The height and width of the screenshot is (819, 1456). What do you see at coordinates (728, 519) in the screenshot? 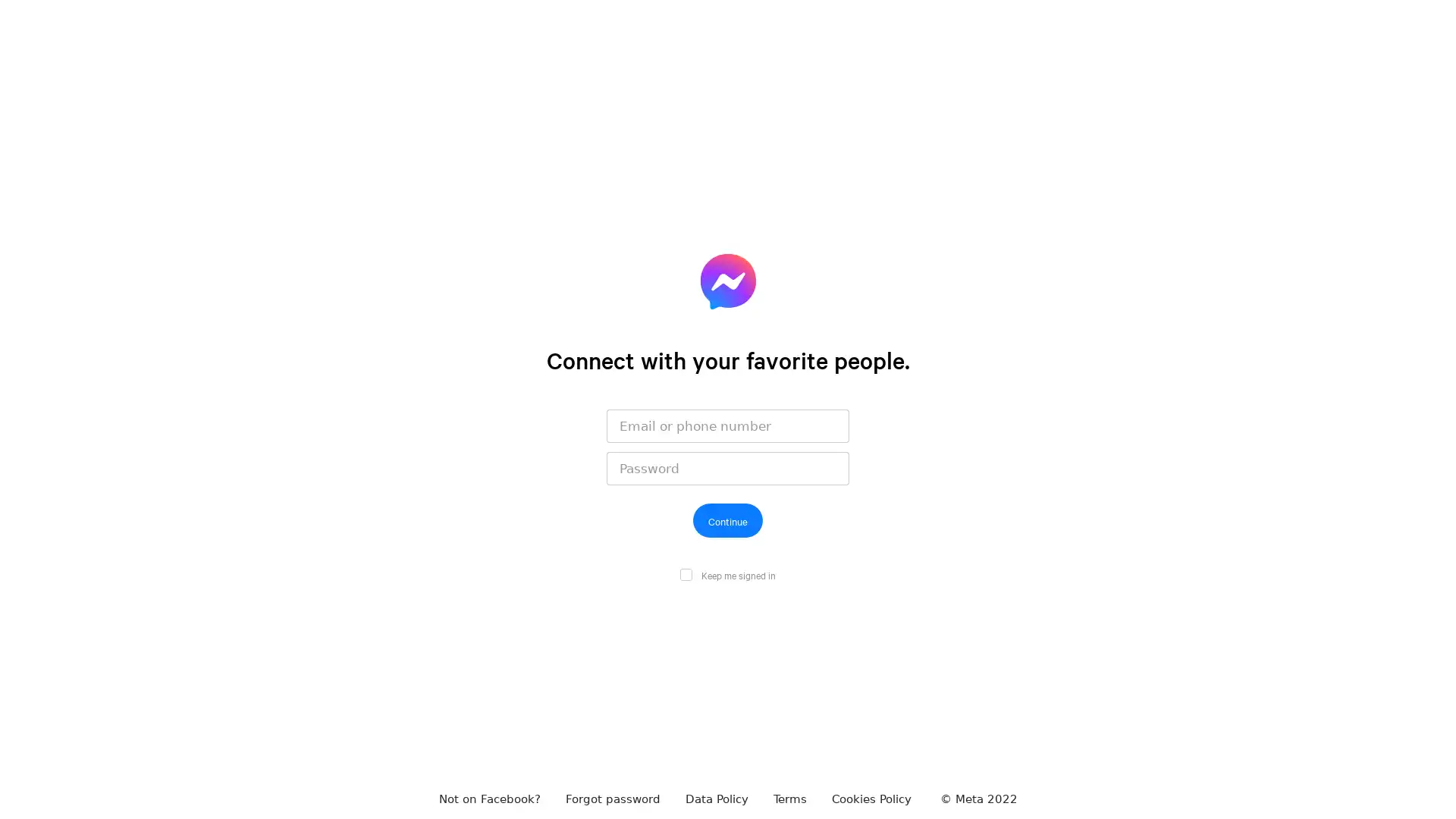
I see `Continue` at bounding box center [728, 519].